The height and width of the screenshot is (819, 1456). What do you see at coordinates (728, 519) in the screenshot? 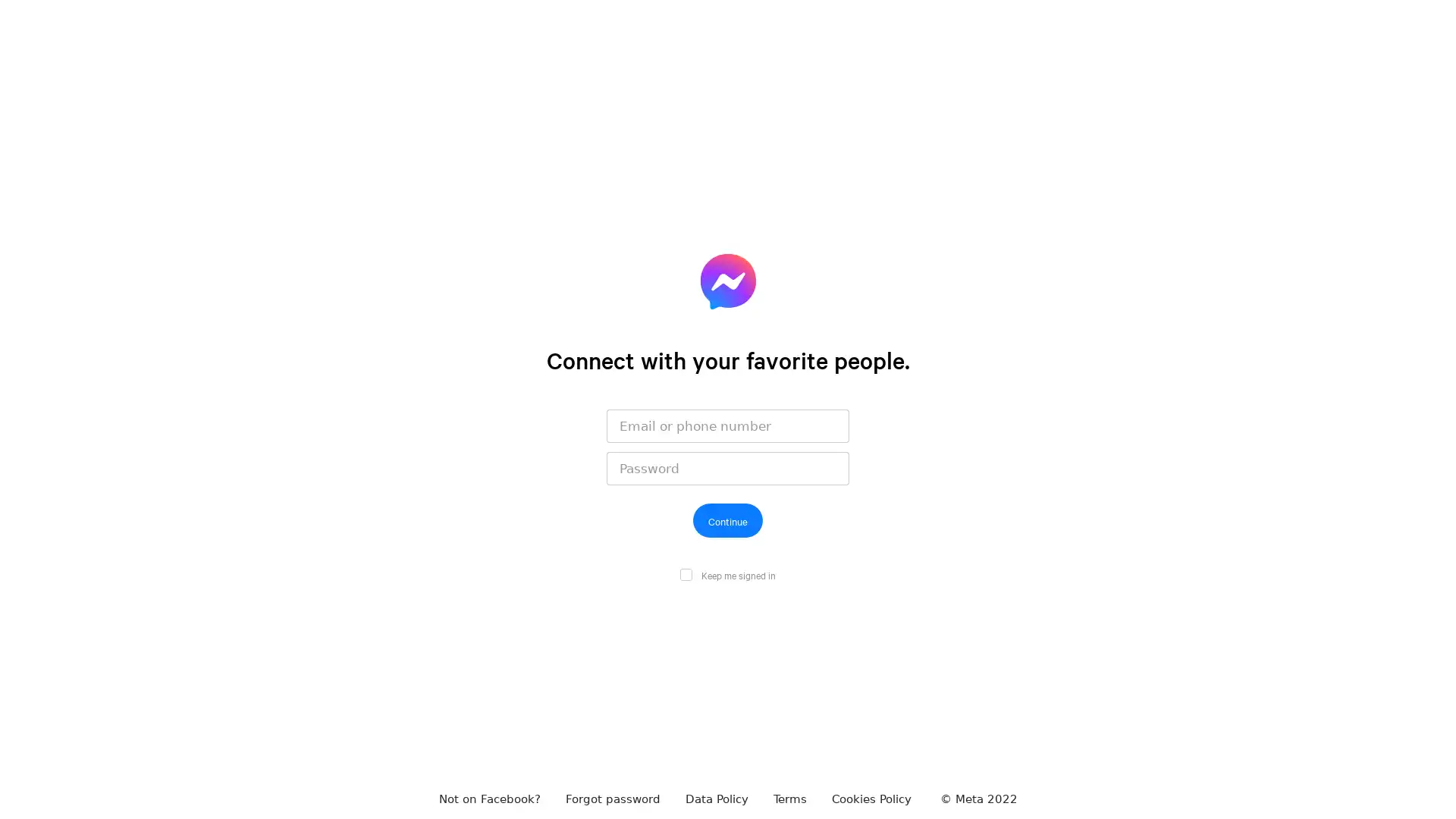
I see `Continue` at bounding box center [728, 519].